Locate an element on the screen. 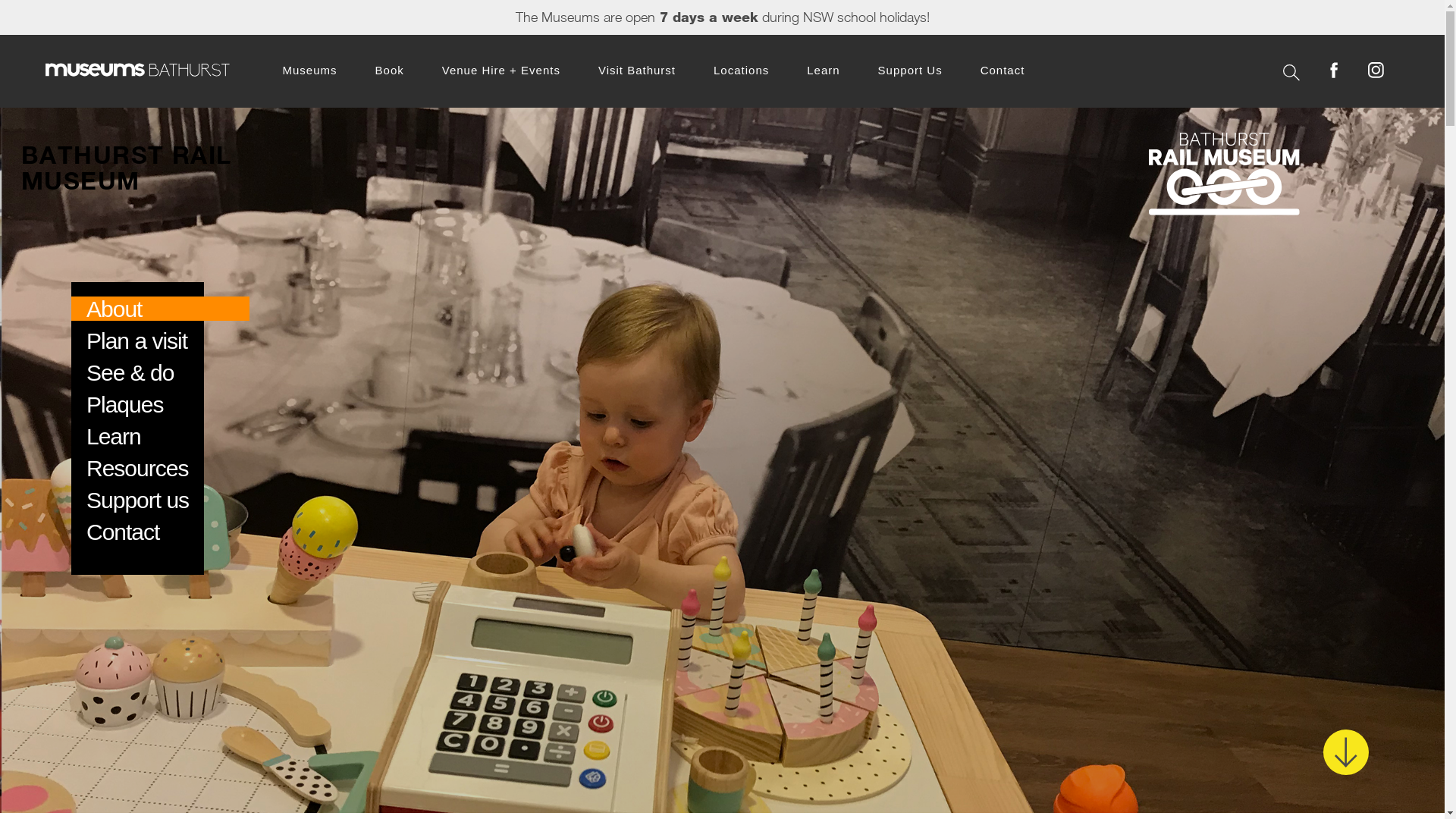  'Visit Bathurst' is located at coordinates (637, 70).